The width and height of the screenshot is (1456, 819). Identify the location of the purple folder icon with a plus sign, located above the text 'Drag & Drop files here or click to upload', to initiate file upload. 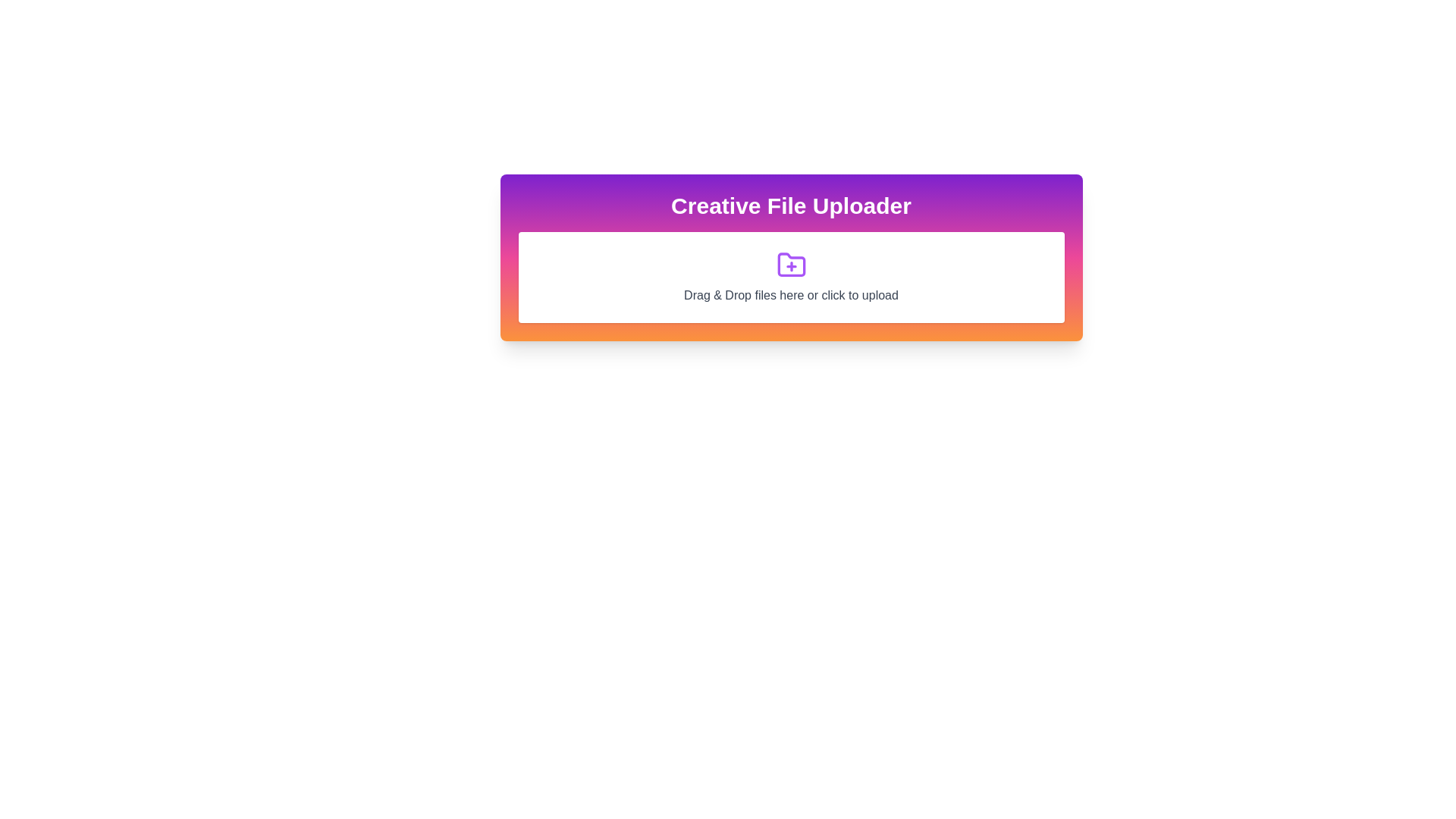
(790, 265).